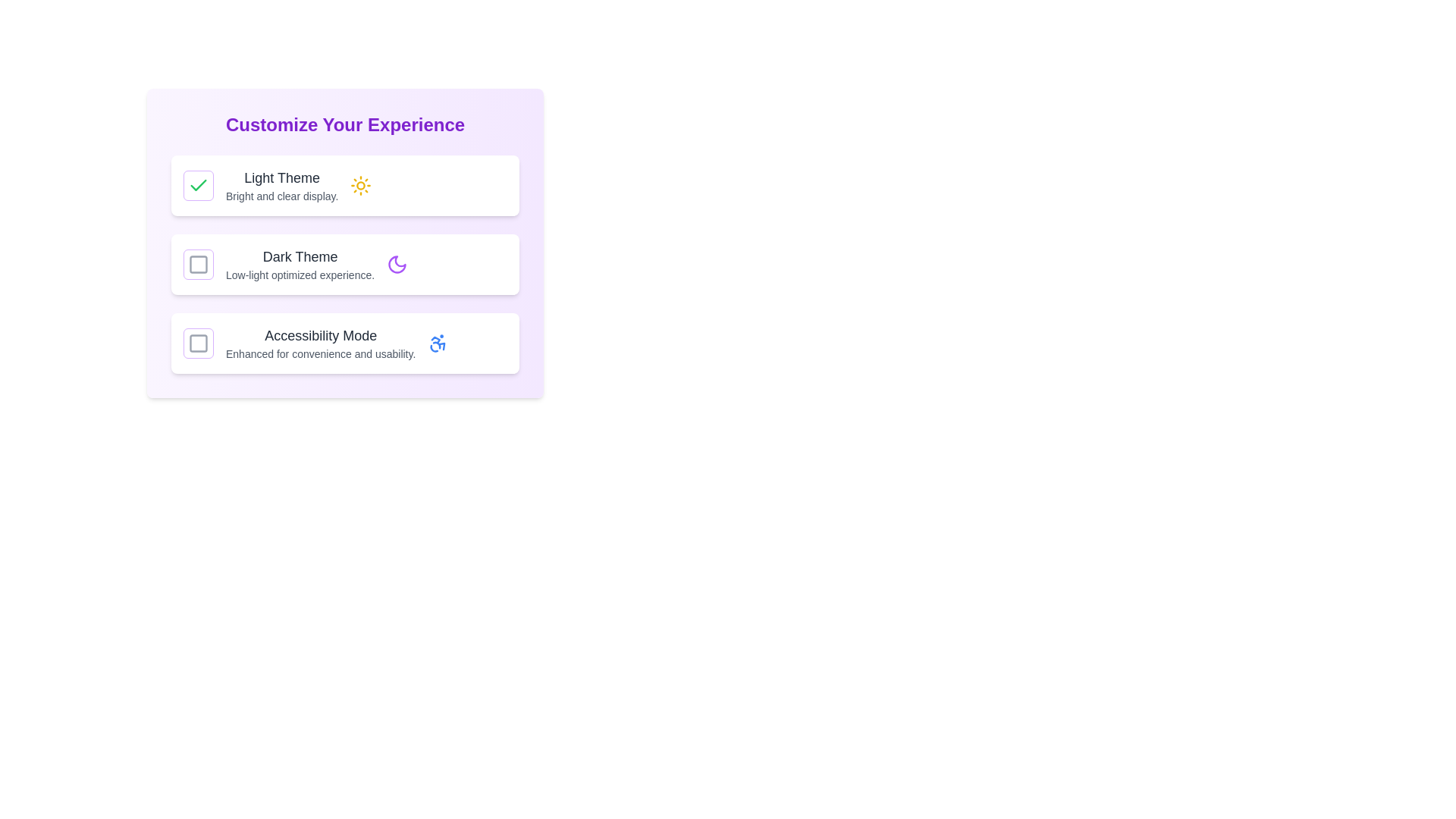 The height and width of the screenshot is (819, 1456). Describe the element at coordinates (300, 256) in the screenshot. I see `the text label reading 'Dark Theme', which is a medium-bold title within the 'Customize Your Experience' section, positioned above the subtitle 'Low-light optimized experience'` at that location.